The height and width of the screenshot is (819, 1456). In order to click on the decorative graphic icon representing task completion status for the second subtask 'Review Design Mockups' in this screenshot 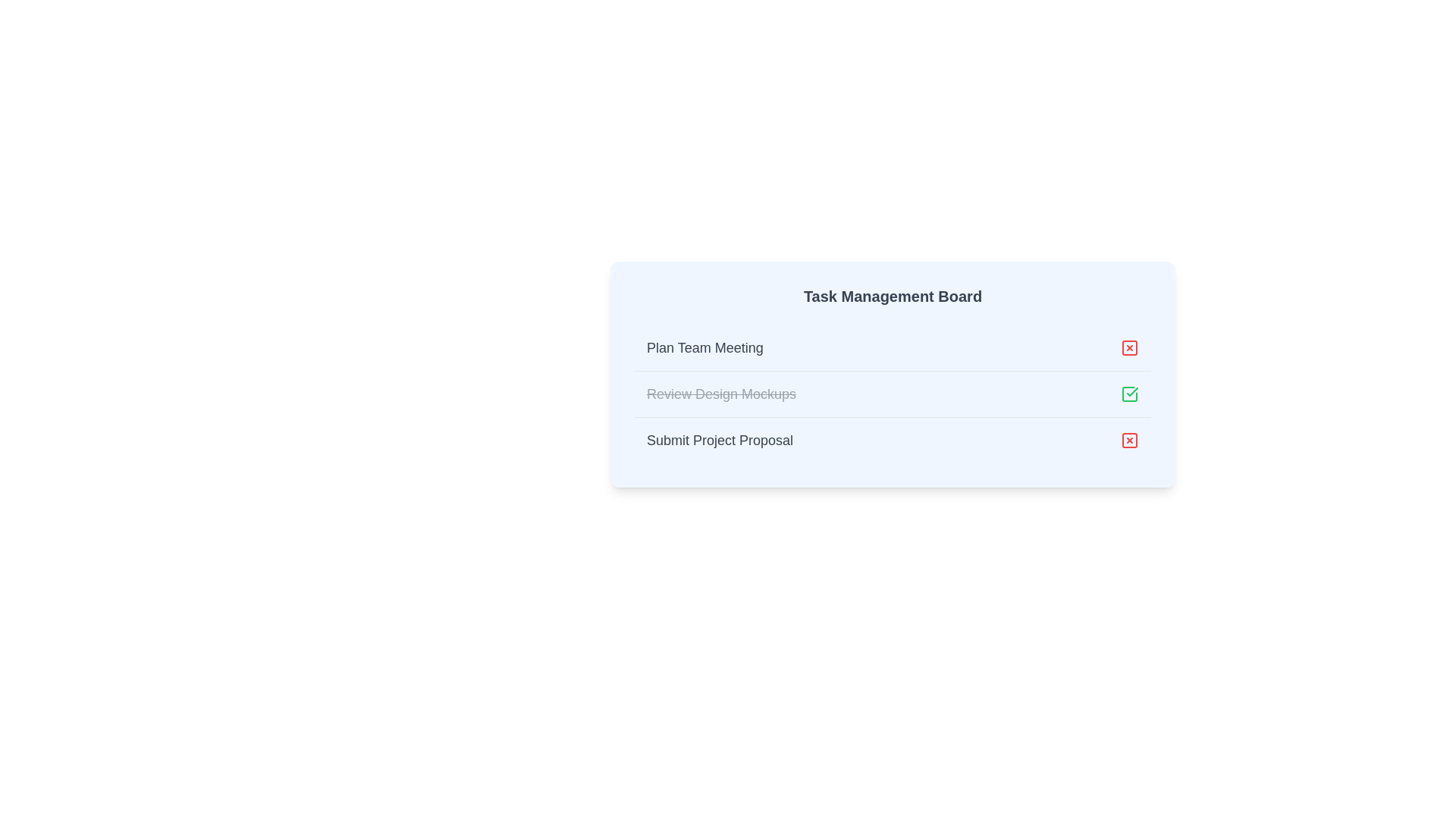, I will do `click(1129, 394)`.